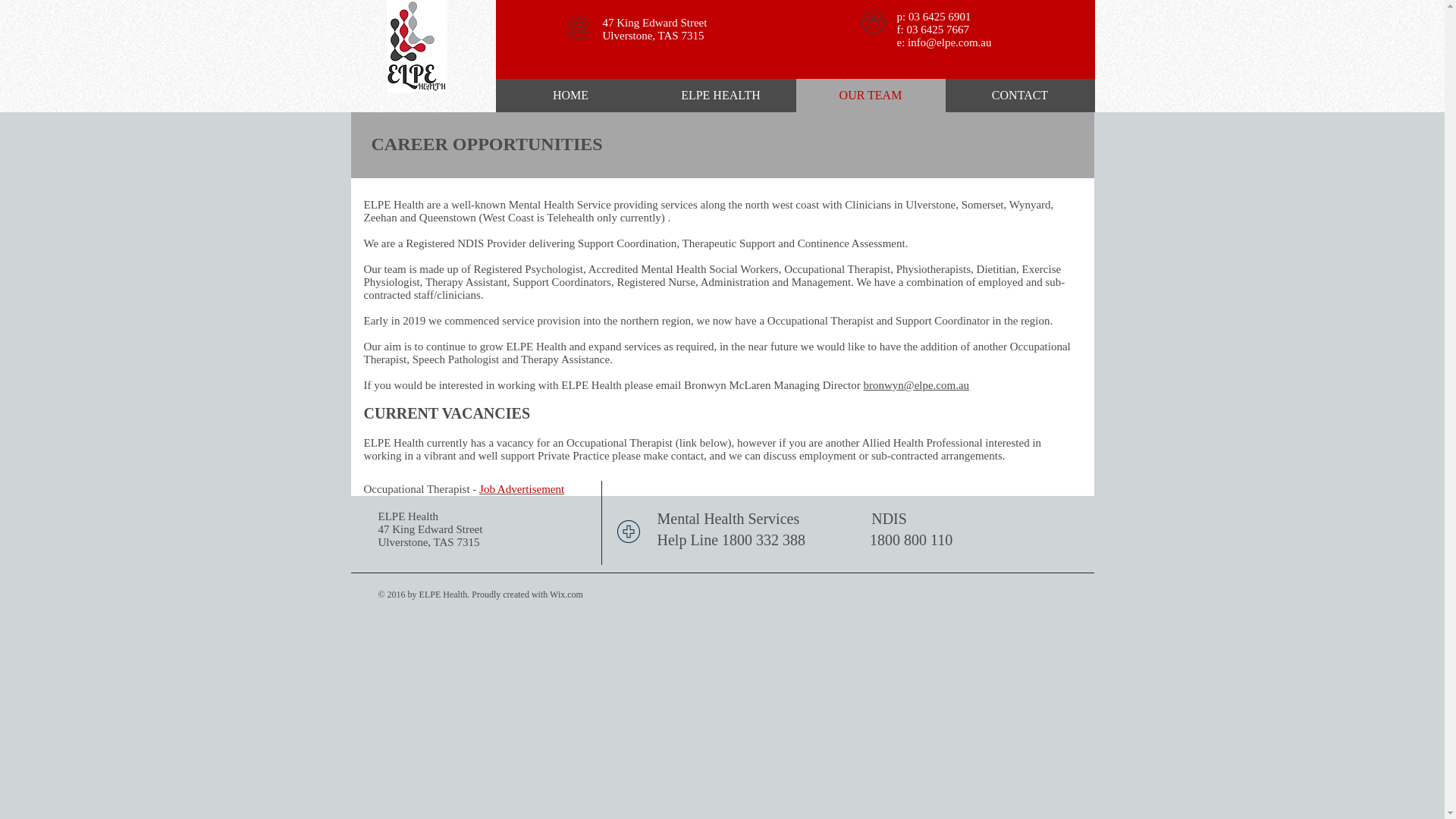 The width and height of the screenshot is (1456, 819). What do you see at coordinates (570, 96) in the screenshot?
I see `'HOME'` at bounding box center [570, 96].